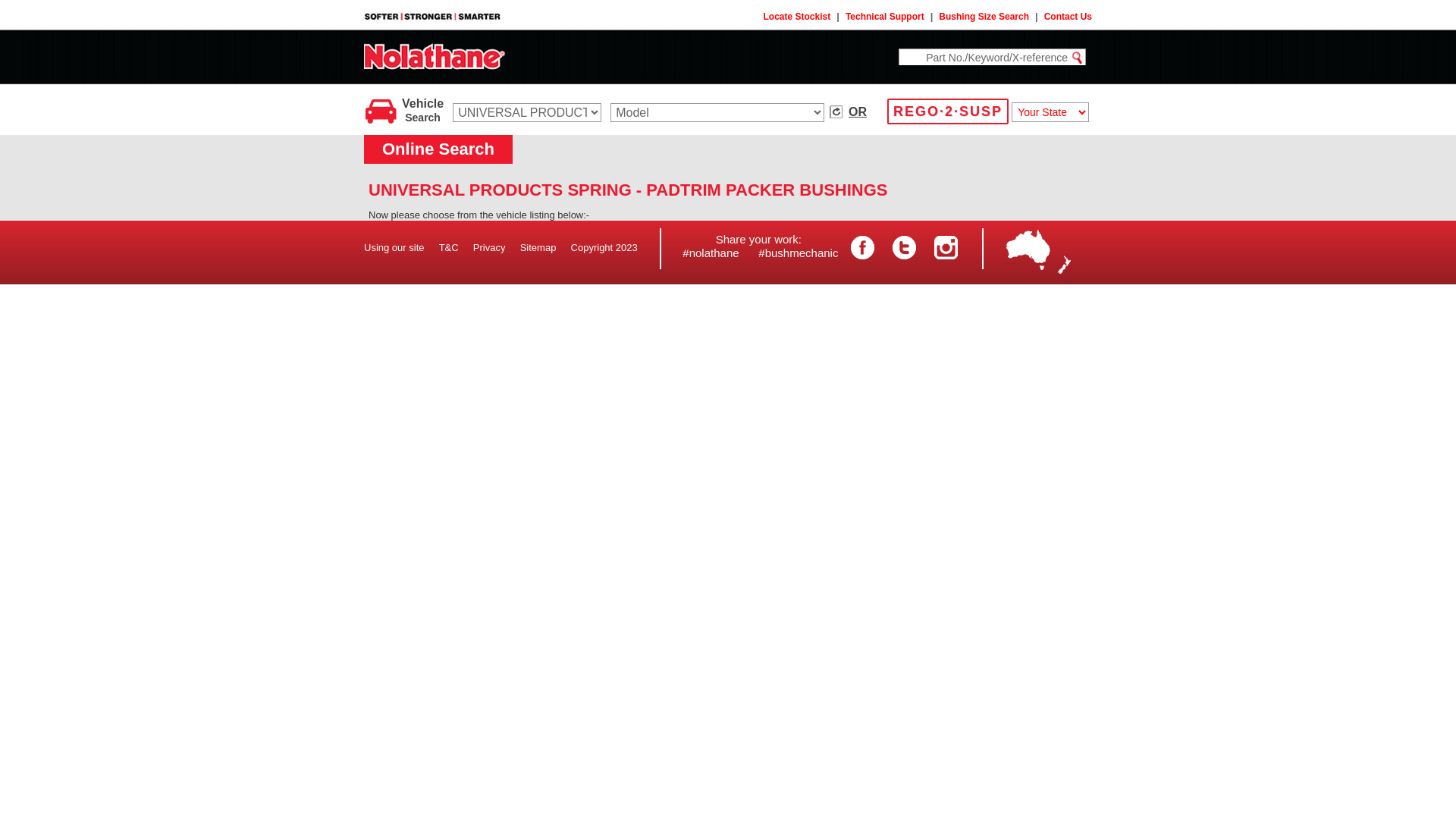  Describe the element at coordinates (884, 17) in the screenshot. I see `'Technical Support'` at that location.